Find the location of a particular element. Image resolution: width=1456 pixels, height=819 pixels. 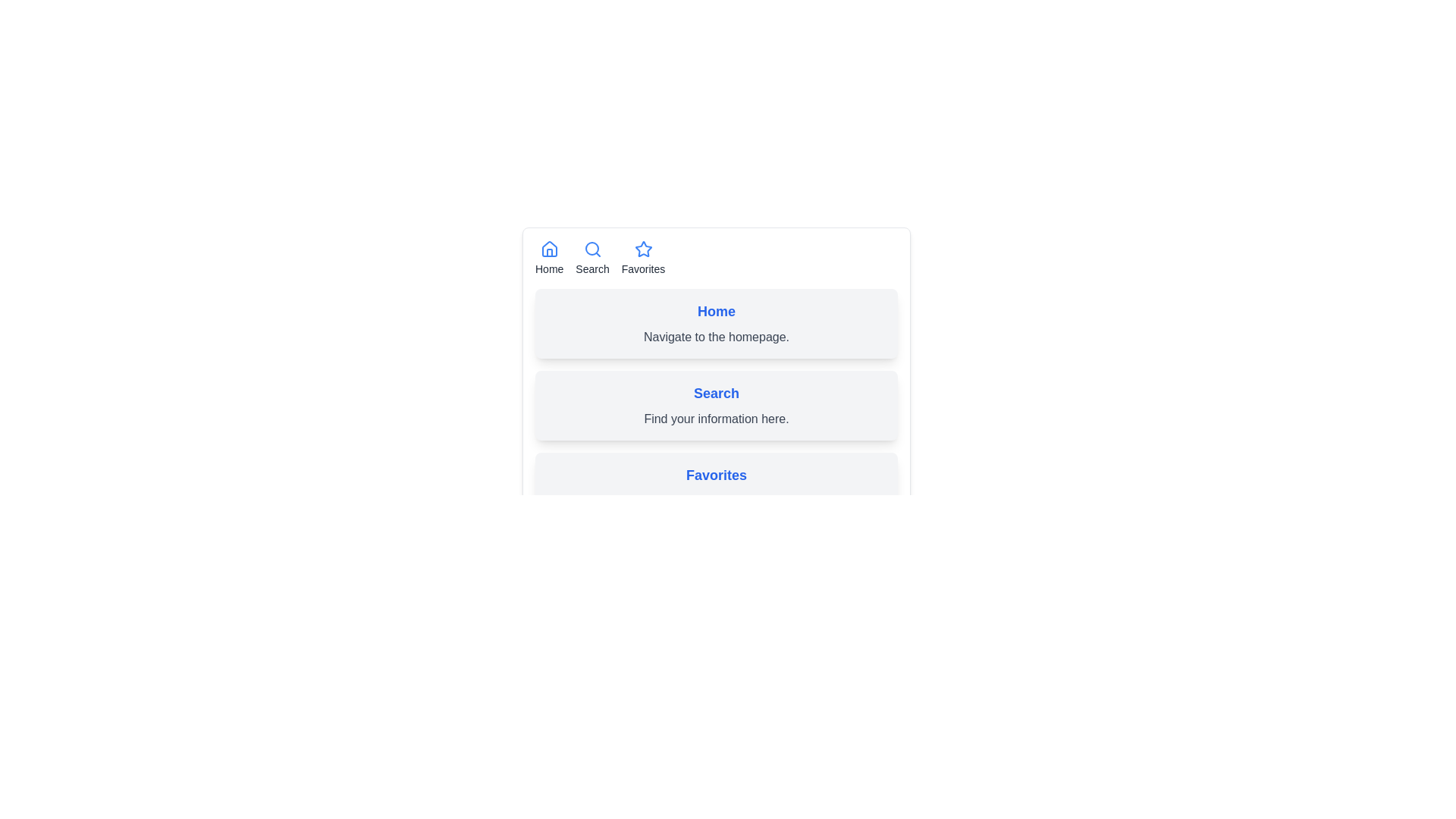

the star-shaped icon with a blue outline is located at coordinates (643, 248).